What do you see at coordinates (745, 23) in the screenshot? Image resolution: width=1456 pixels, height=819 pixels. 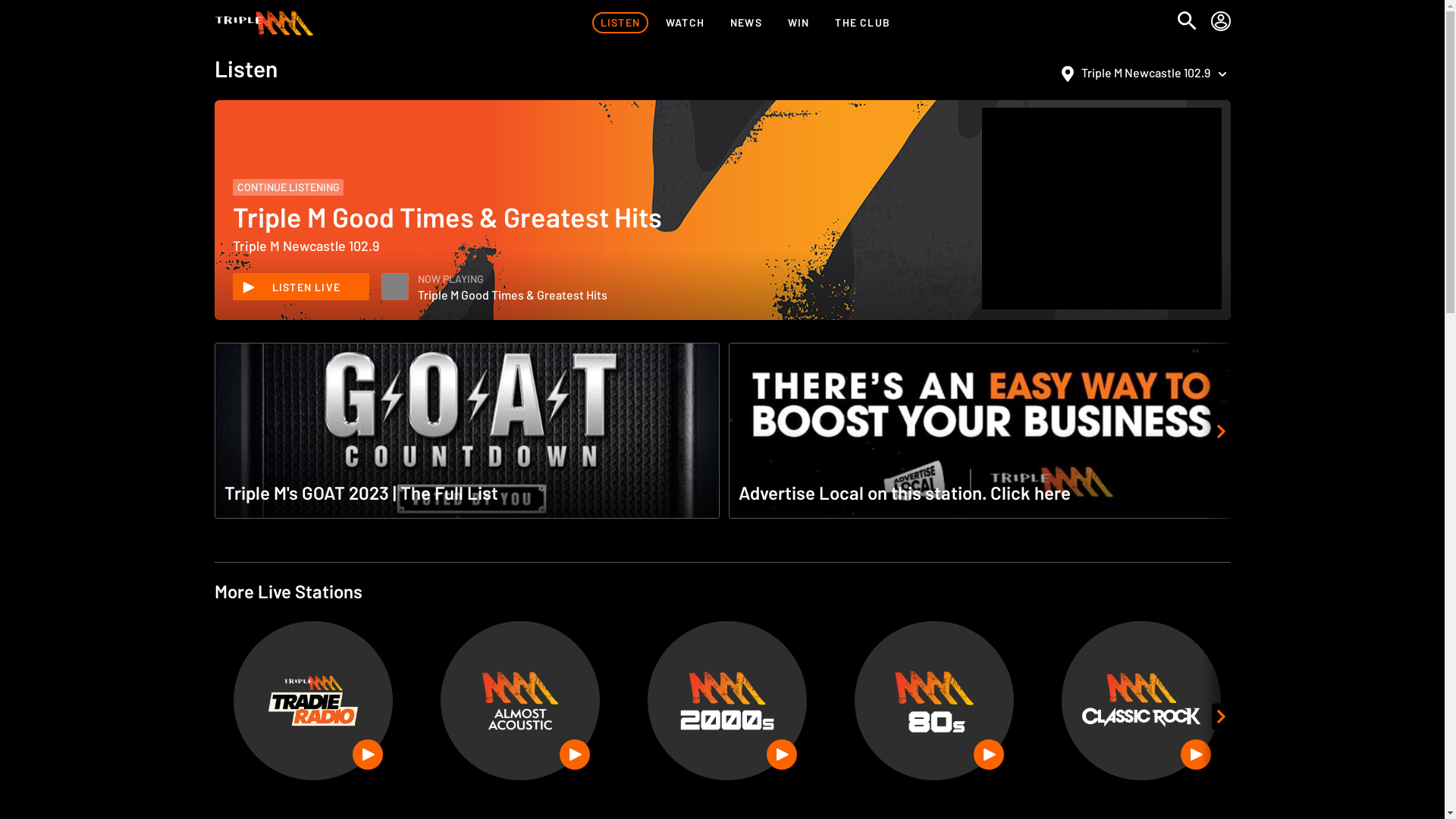 I see `'NEWS'` at bounding box center [745, 23].